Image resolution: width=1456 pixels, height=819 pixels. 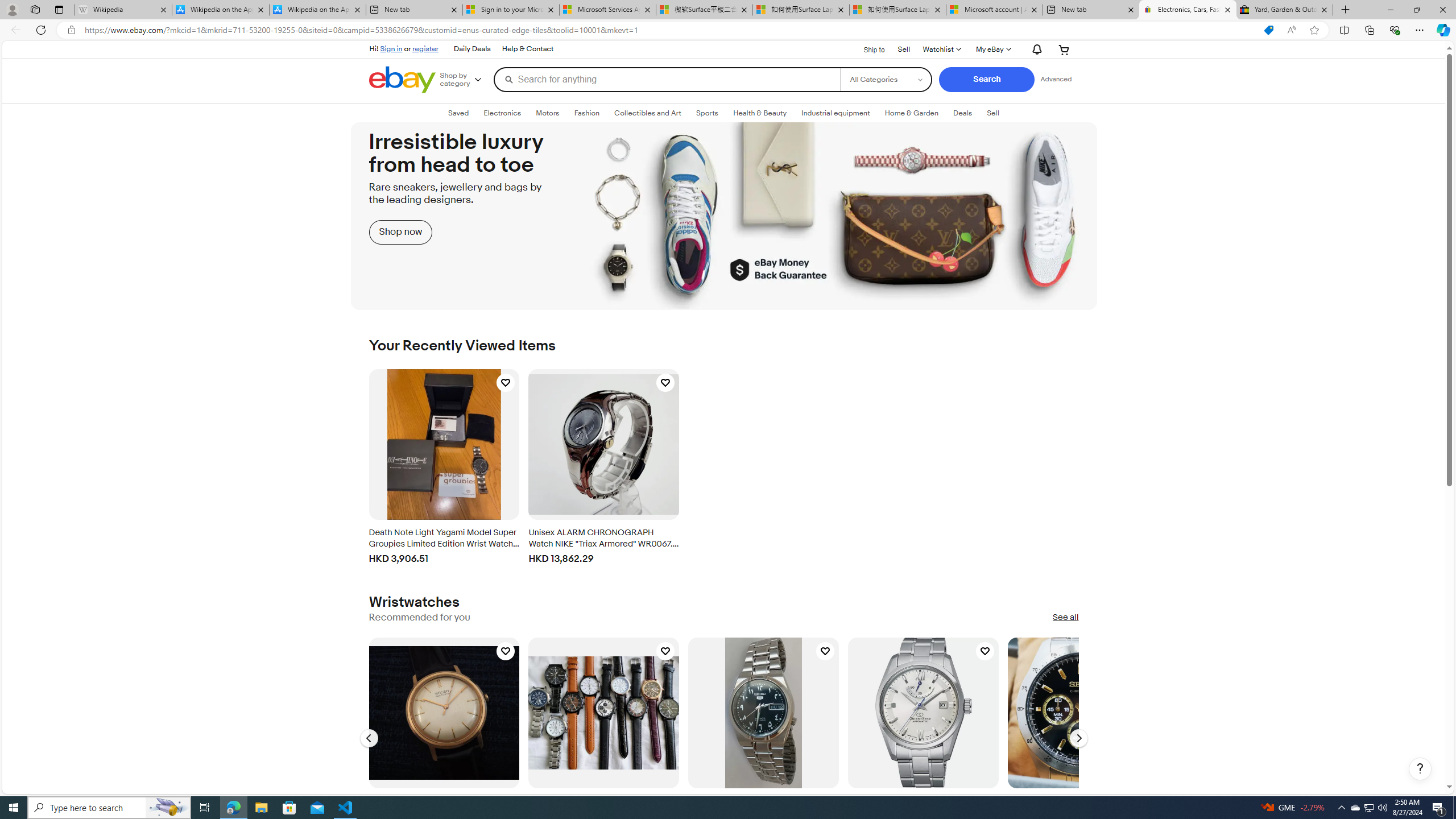 I want to click on 'Collectibles and ArtExpand: Collectibles and Art', so click(x=647, y=113).